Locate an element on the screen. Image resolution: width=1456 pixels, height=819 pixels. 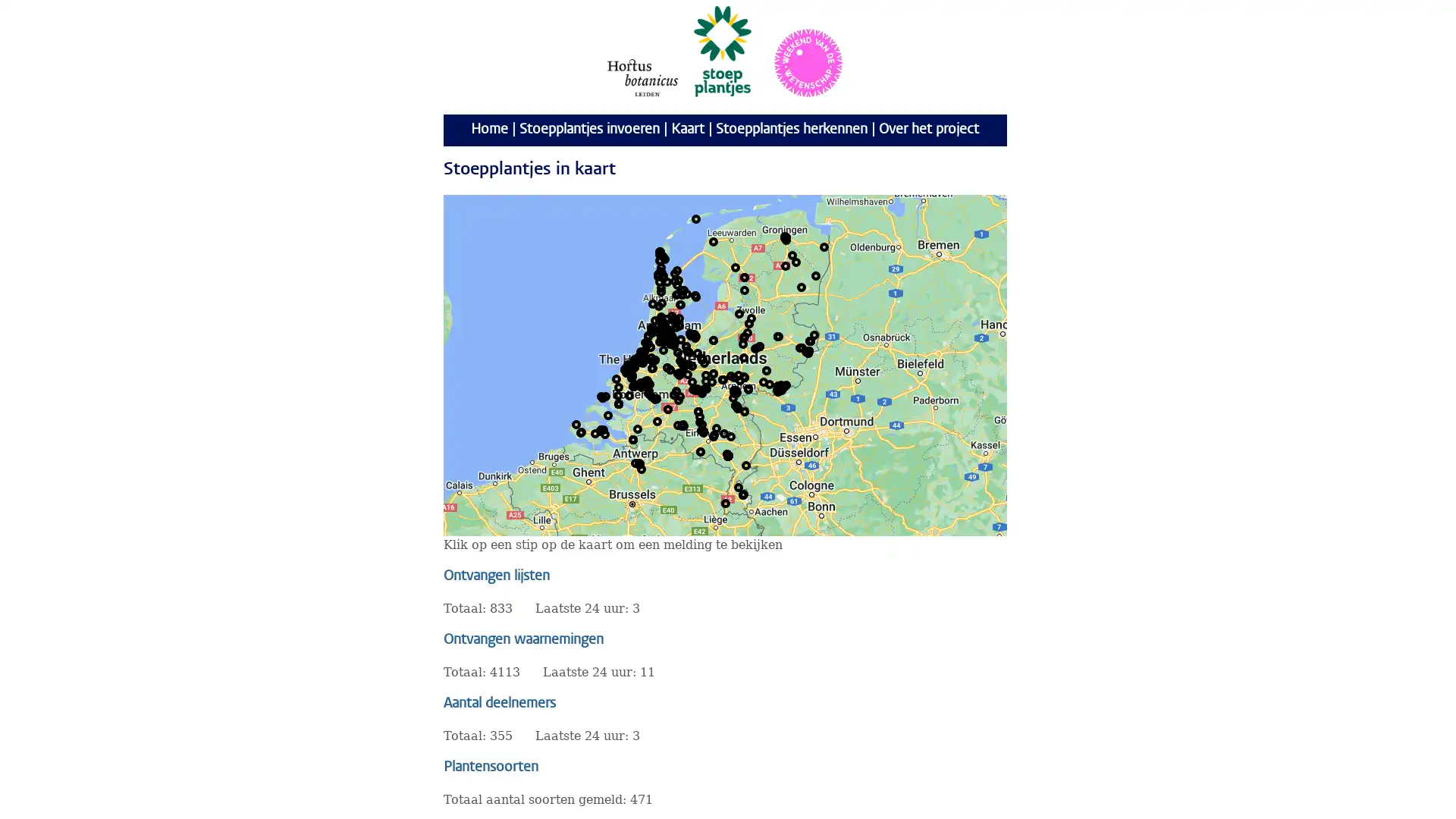
Telling van Piet op 26 maart 2022 is located at coordinates (640, 359).